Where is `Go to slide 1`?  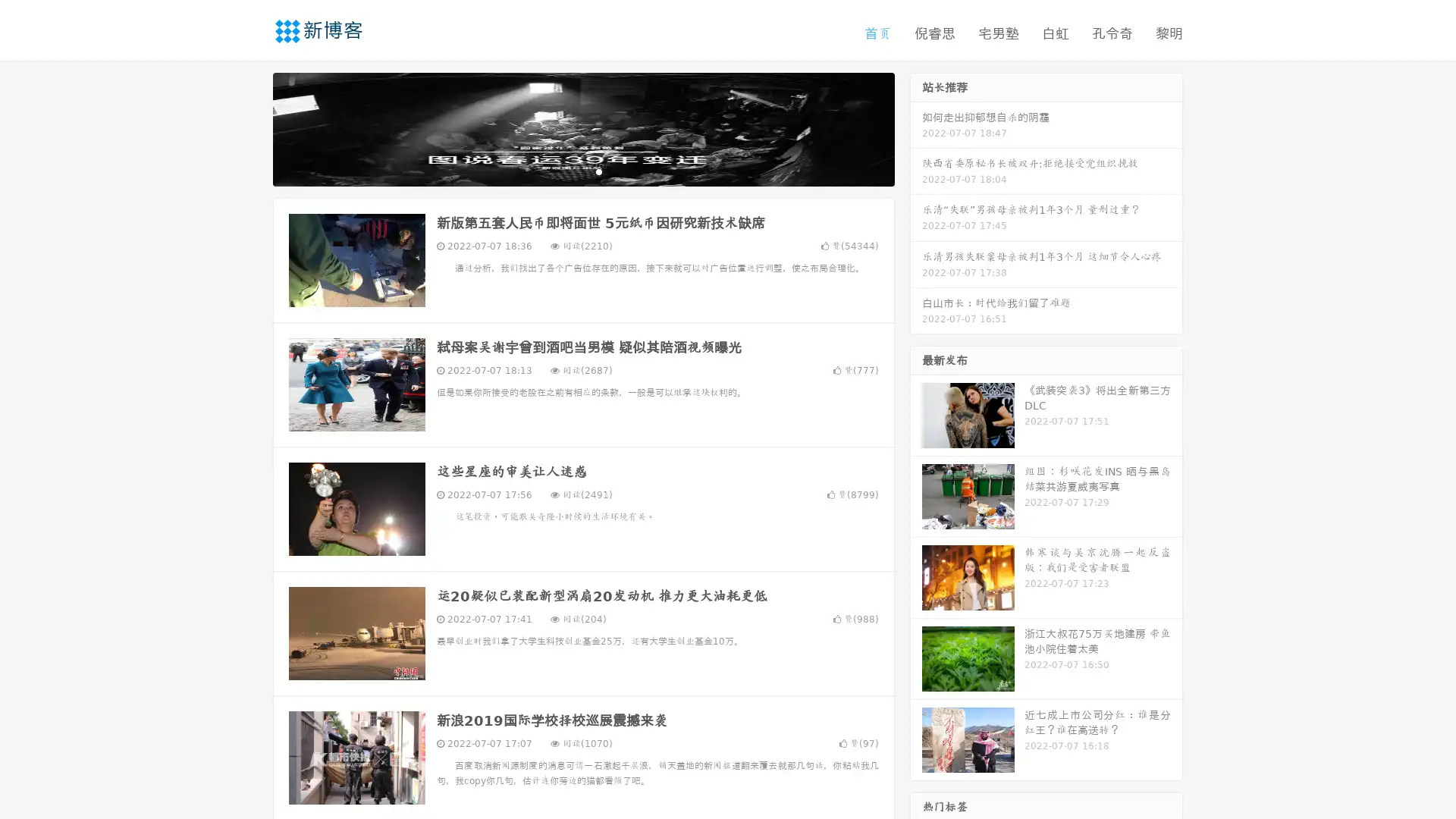 Go to slide 1 is located at coordinates (567, 171).